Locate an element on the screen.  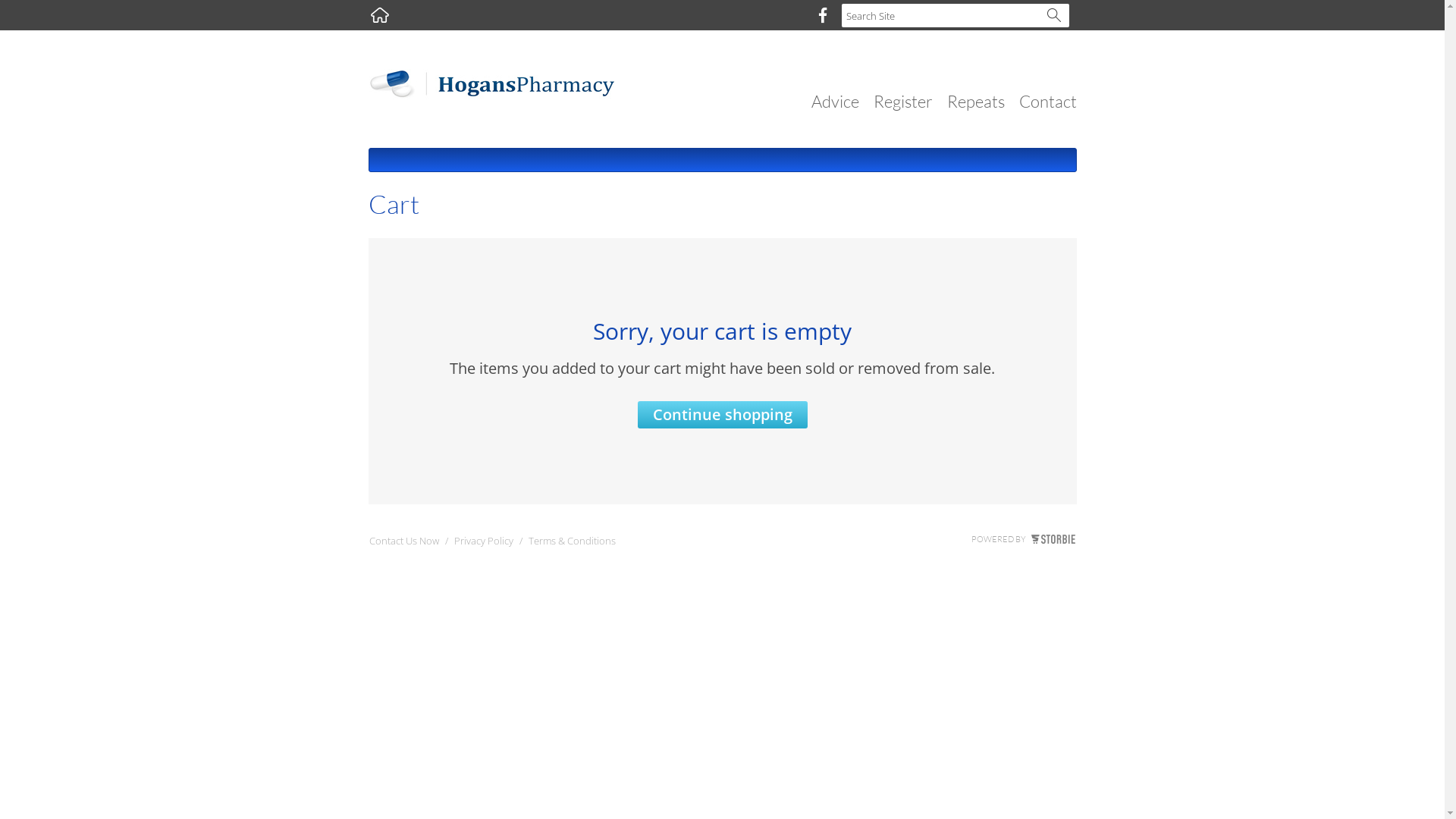
'Privacy Policy' is located at coordinates (453, 543).